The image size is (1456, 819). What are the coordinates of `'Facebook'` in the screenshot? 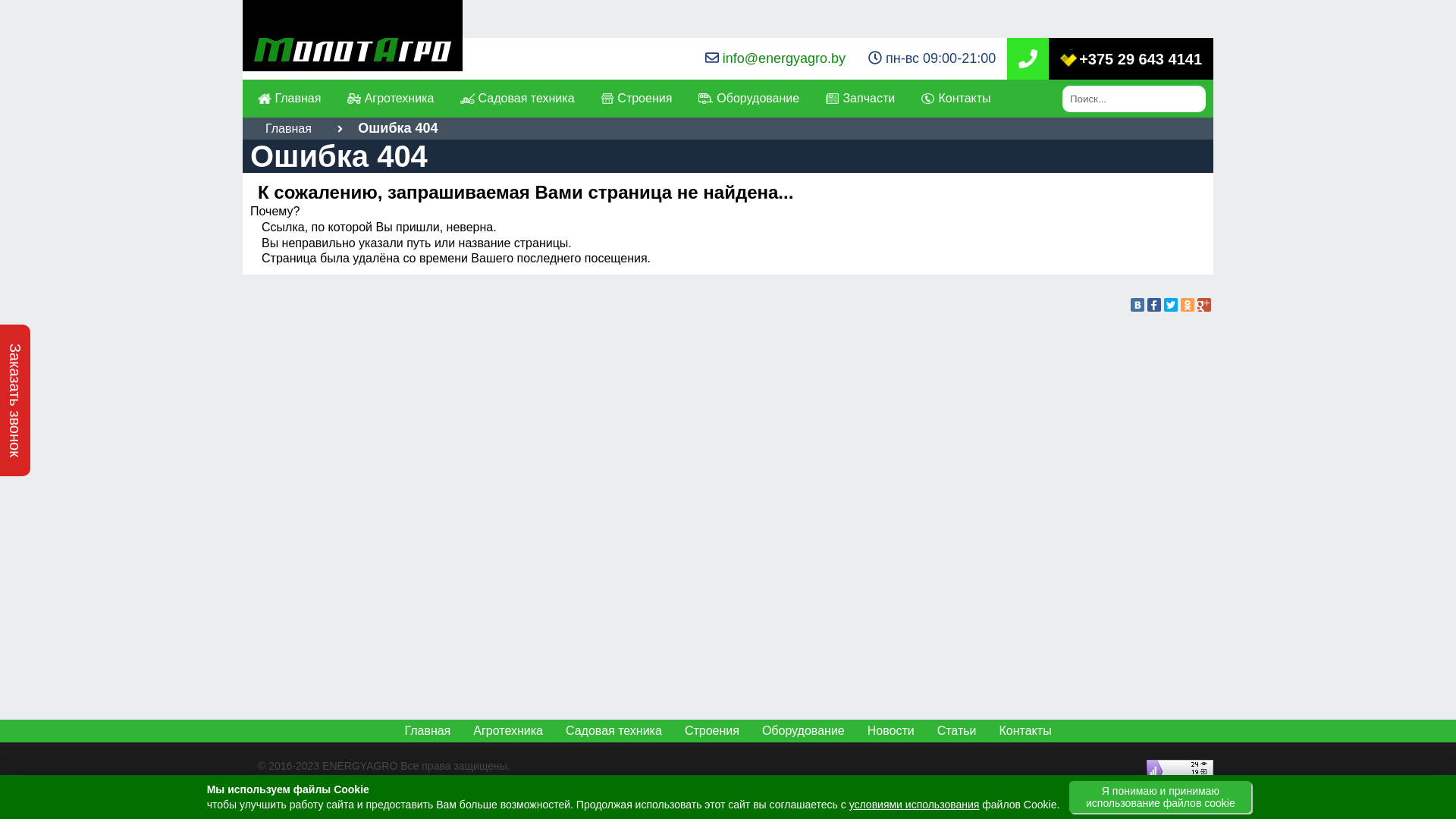 It's located at (1153, 304).